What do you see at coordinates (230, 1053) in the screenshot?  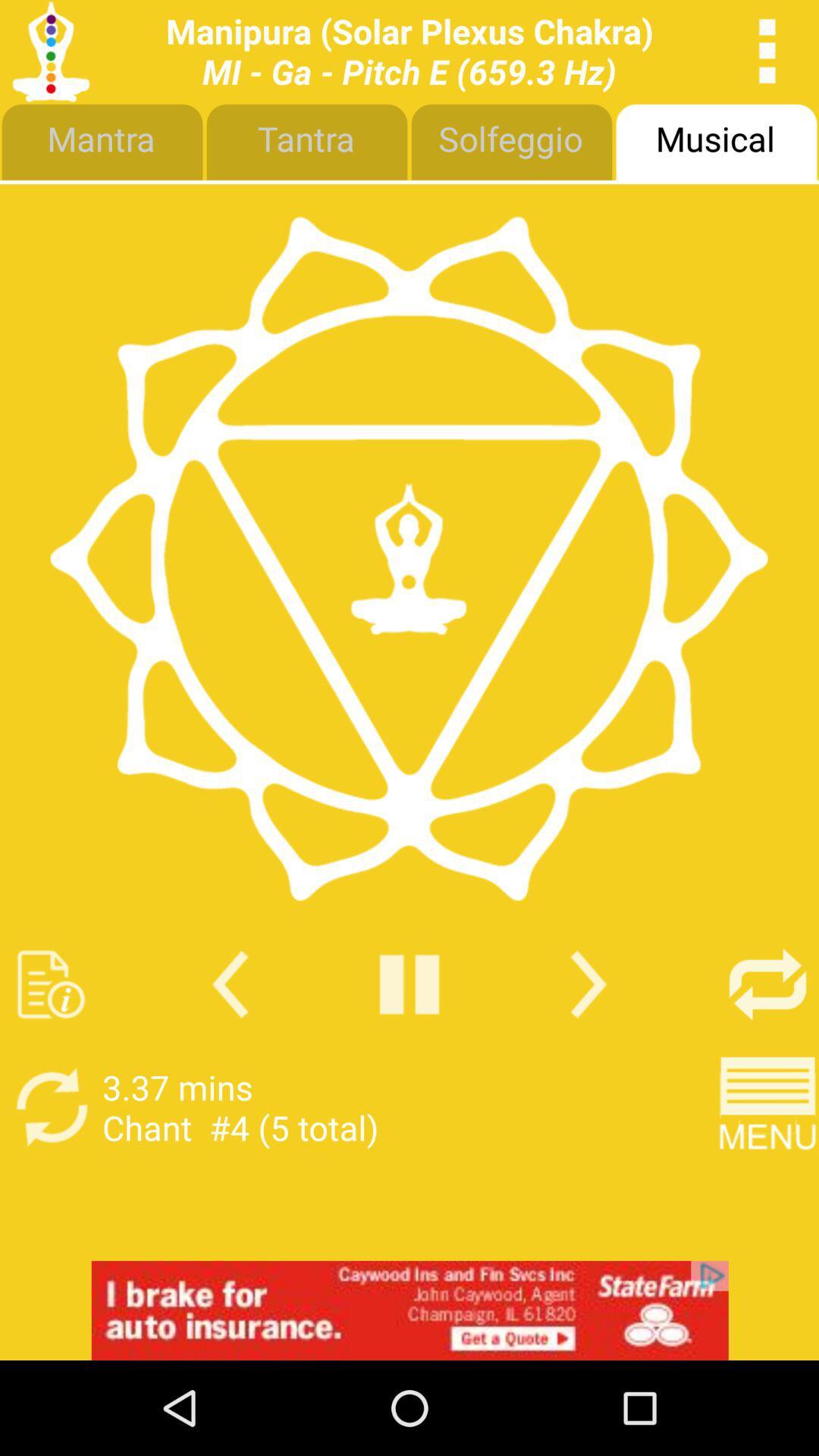 I see `the arrow_backward icon` at bounding box center [230, 1053].